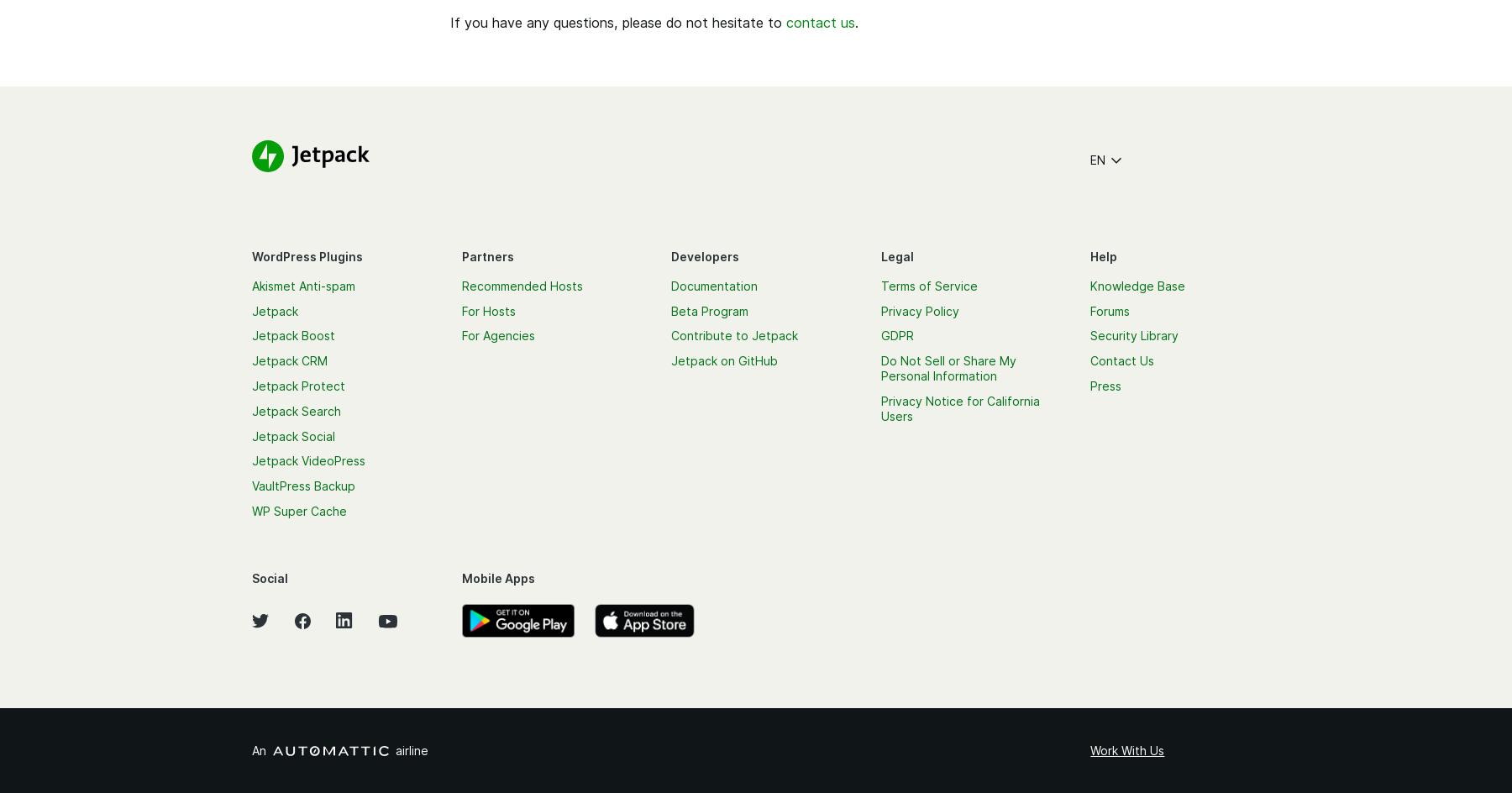  Describe the element at coordinates (269, 576) in the screenshot. I see `'Social'` at that location.